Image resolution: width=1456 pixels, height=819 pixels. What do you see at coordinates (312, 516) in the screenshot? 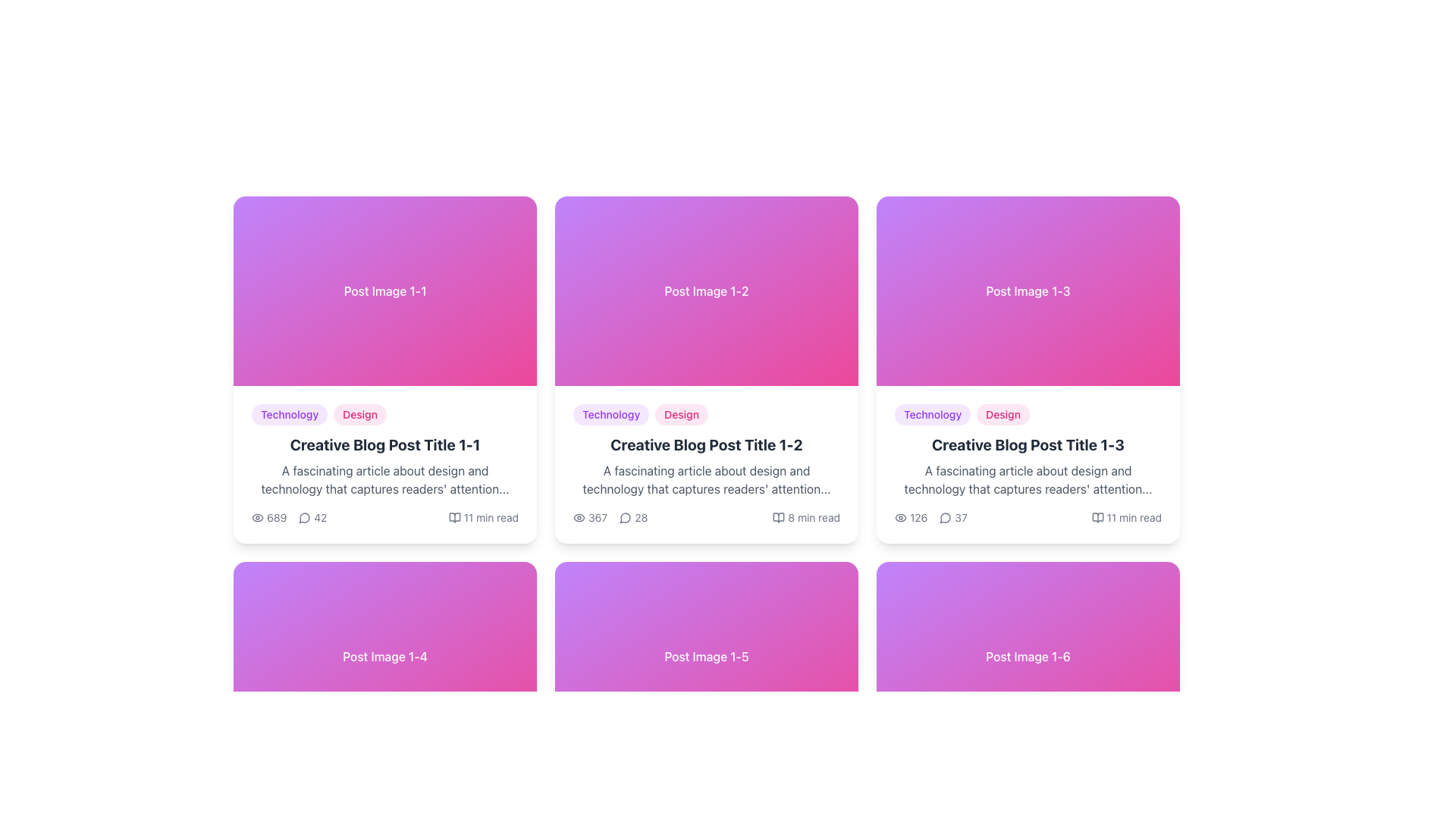
I see `the text label displaying the number '42' adjacent to a speech bubble icon` at bounding box center [312, 516].